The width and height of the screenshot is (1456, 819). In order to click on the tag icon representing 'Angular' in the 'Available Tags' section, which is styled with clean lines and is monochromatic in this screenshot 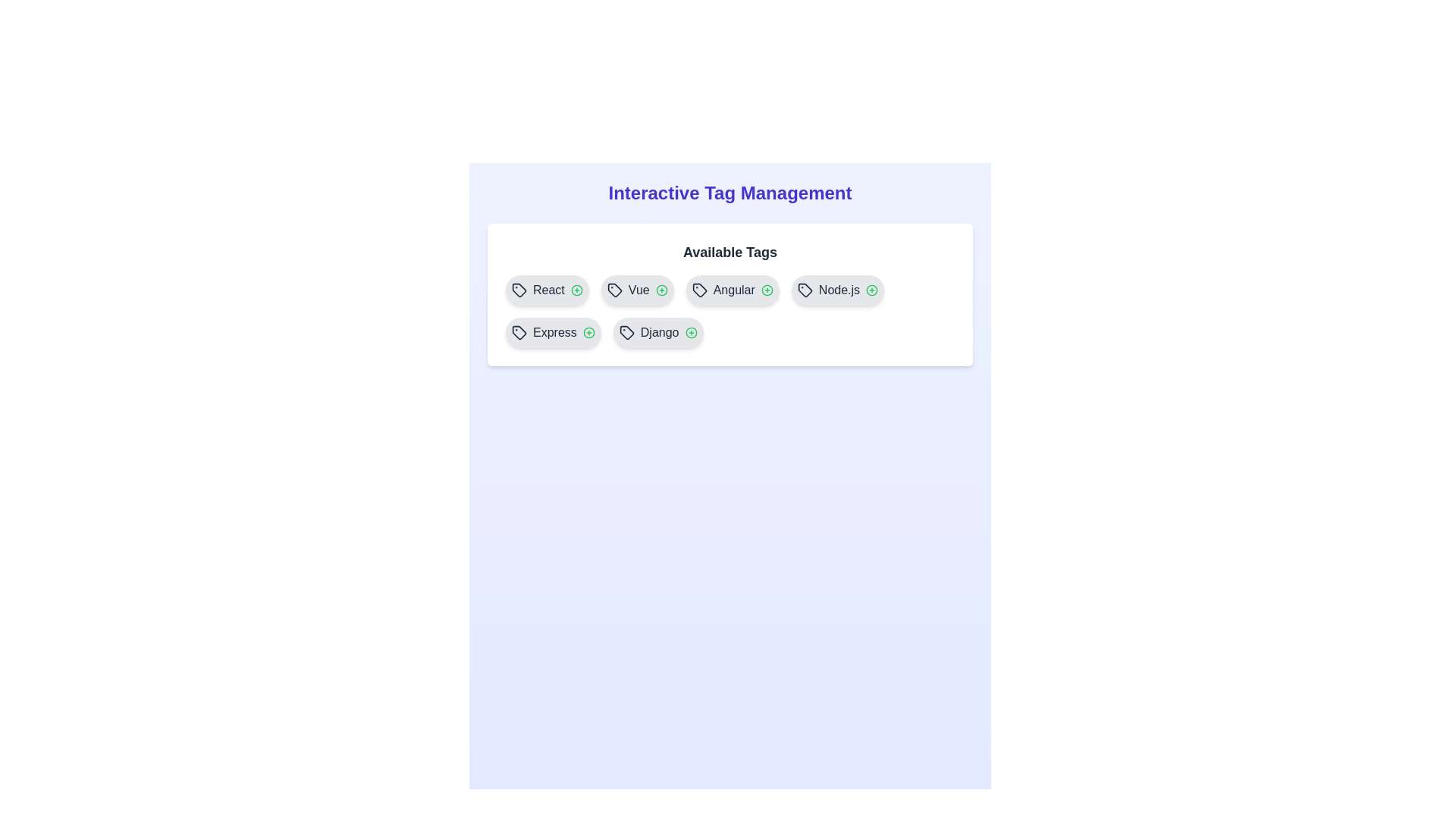, I will do `click(698, 290)`.